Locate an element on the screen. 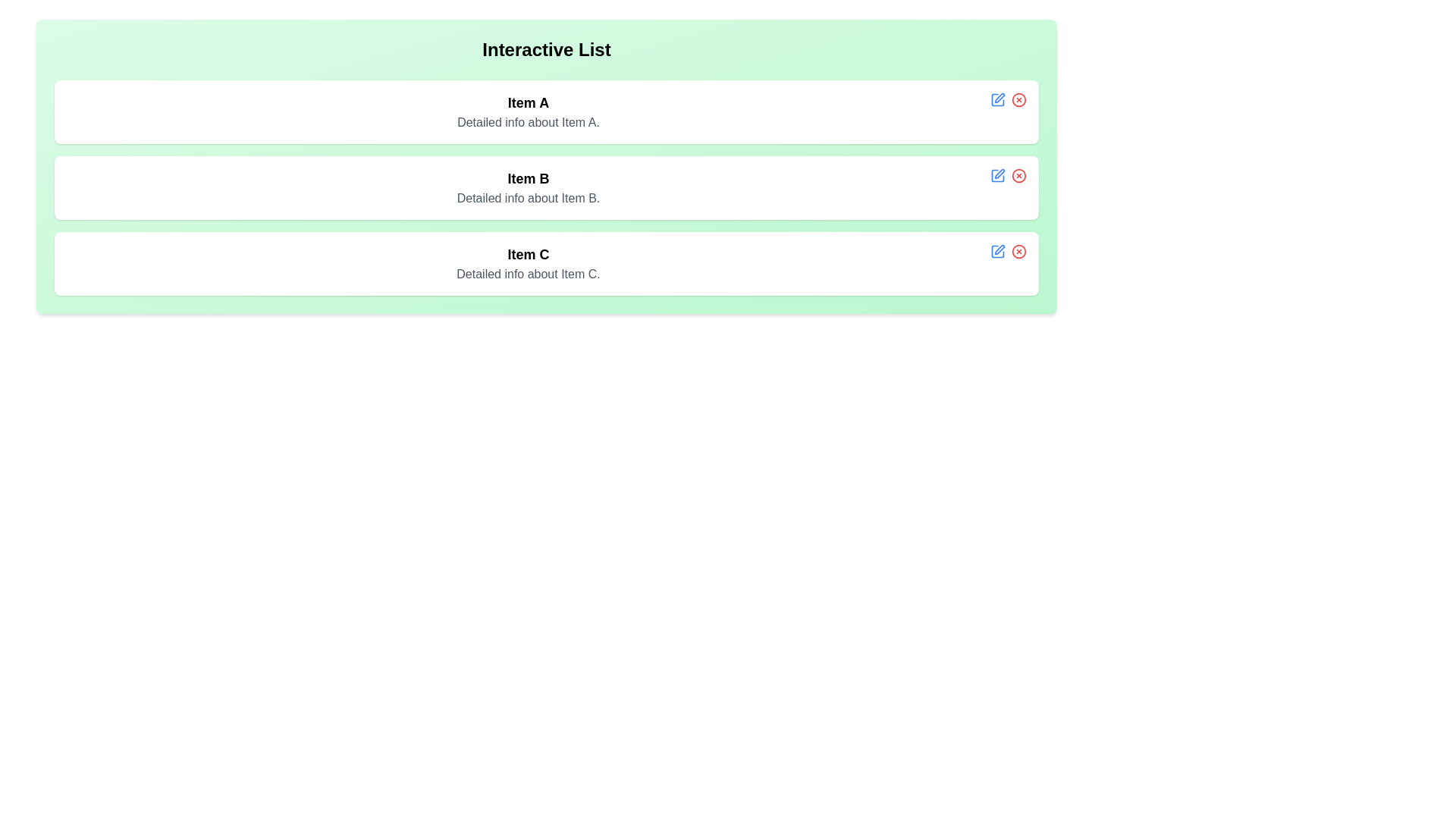 The image size is (1456, 819). the title of the first list item labeled 'Item A' in the interactive list is located at coordinates (528, 111).